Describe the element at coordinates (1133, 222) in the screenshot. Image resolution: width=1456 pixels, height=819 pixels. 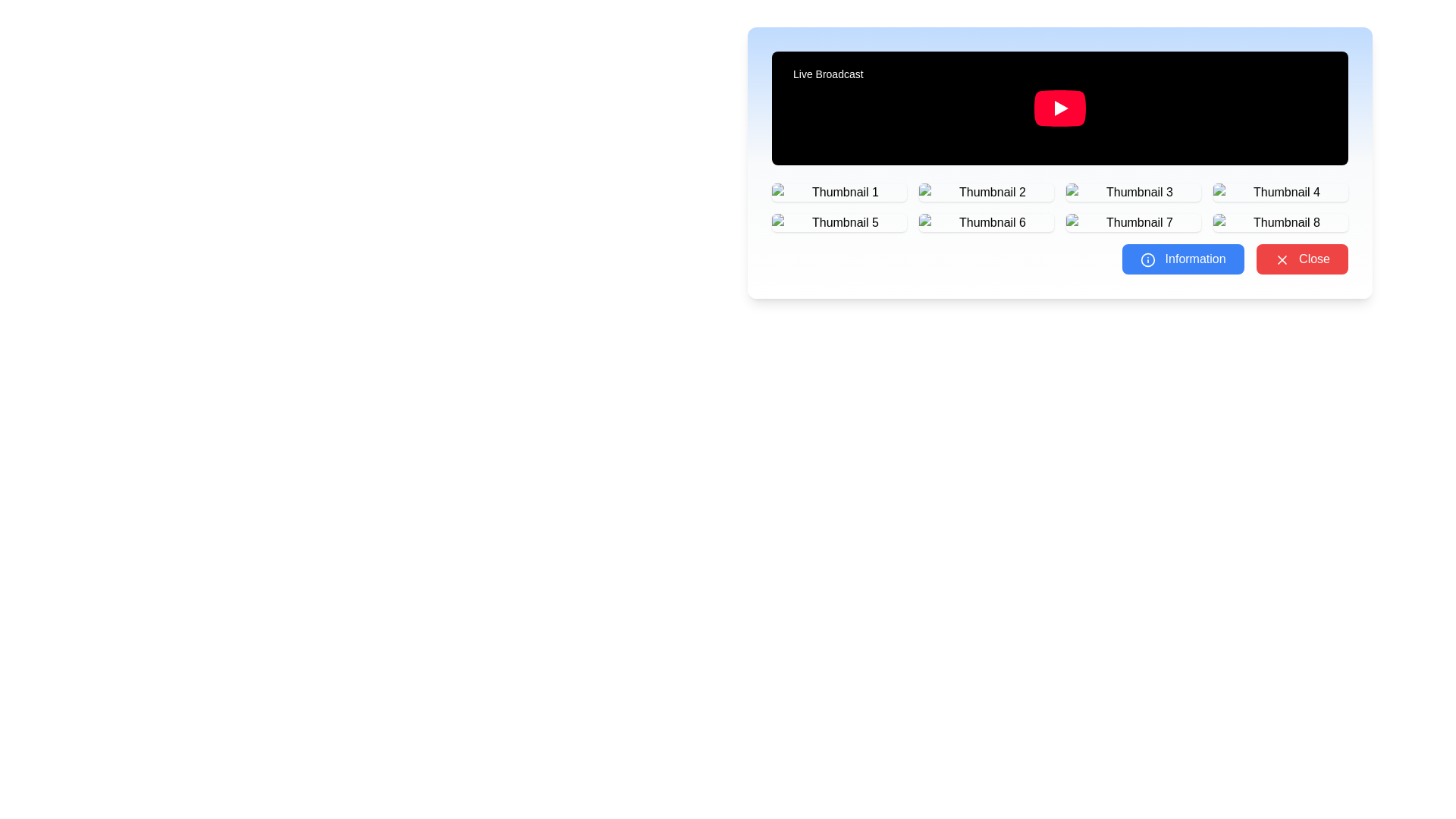
I see `the thumbnail element labeled 'Thumbnail 7'` at that location.